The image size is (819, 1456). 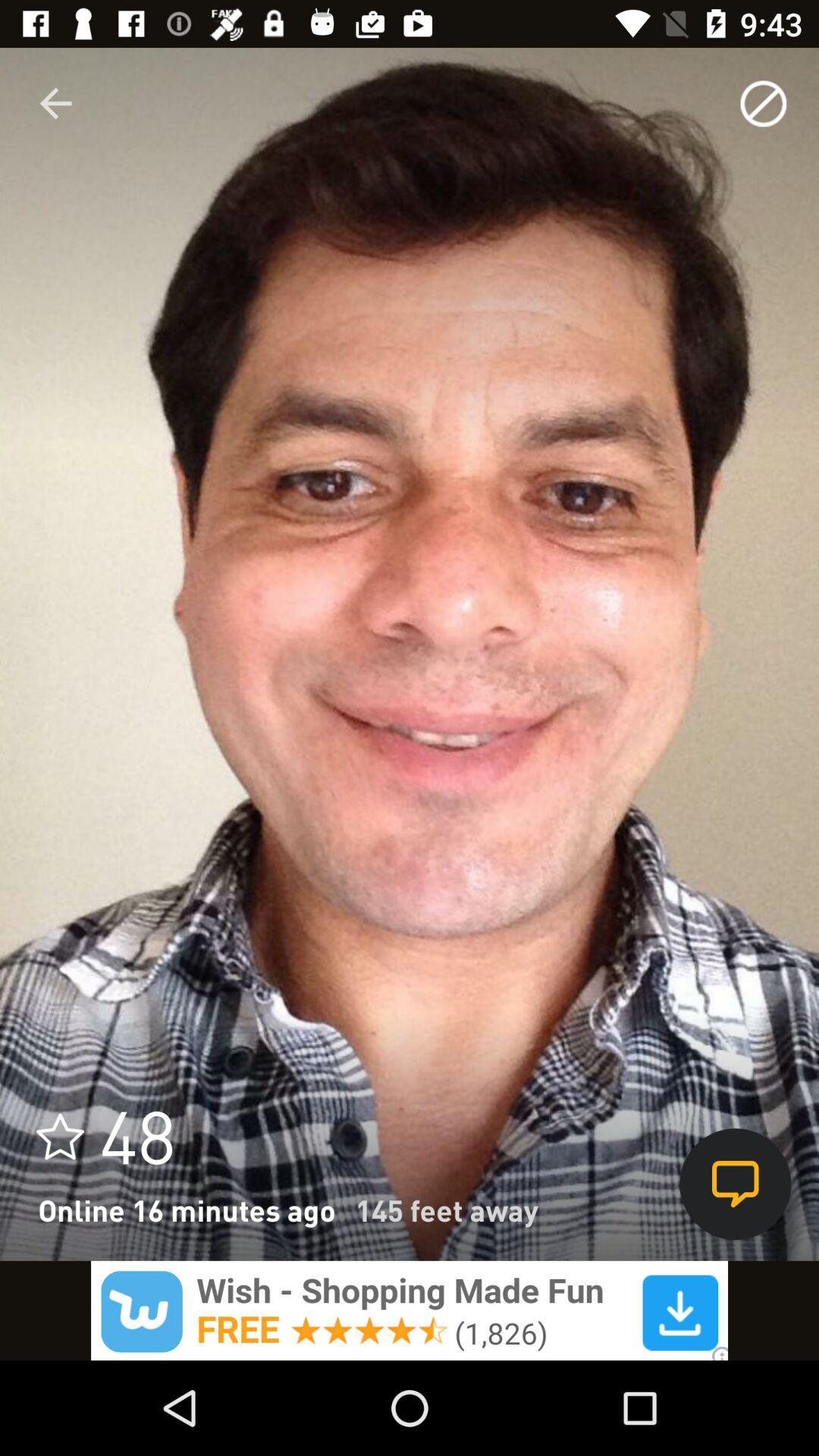 I want to click on the star icon, so click(x=67, y=1136).